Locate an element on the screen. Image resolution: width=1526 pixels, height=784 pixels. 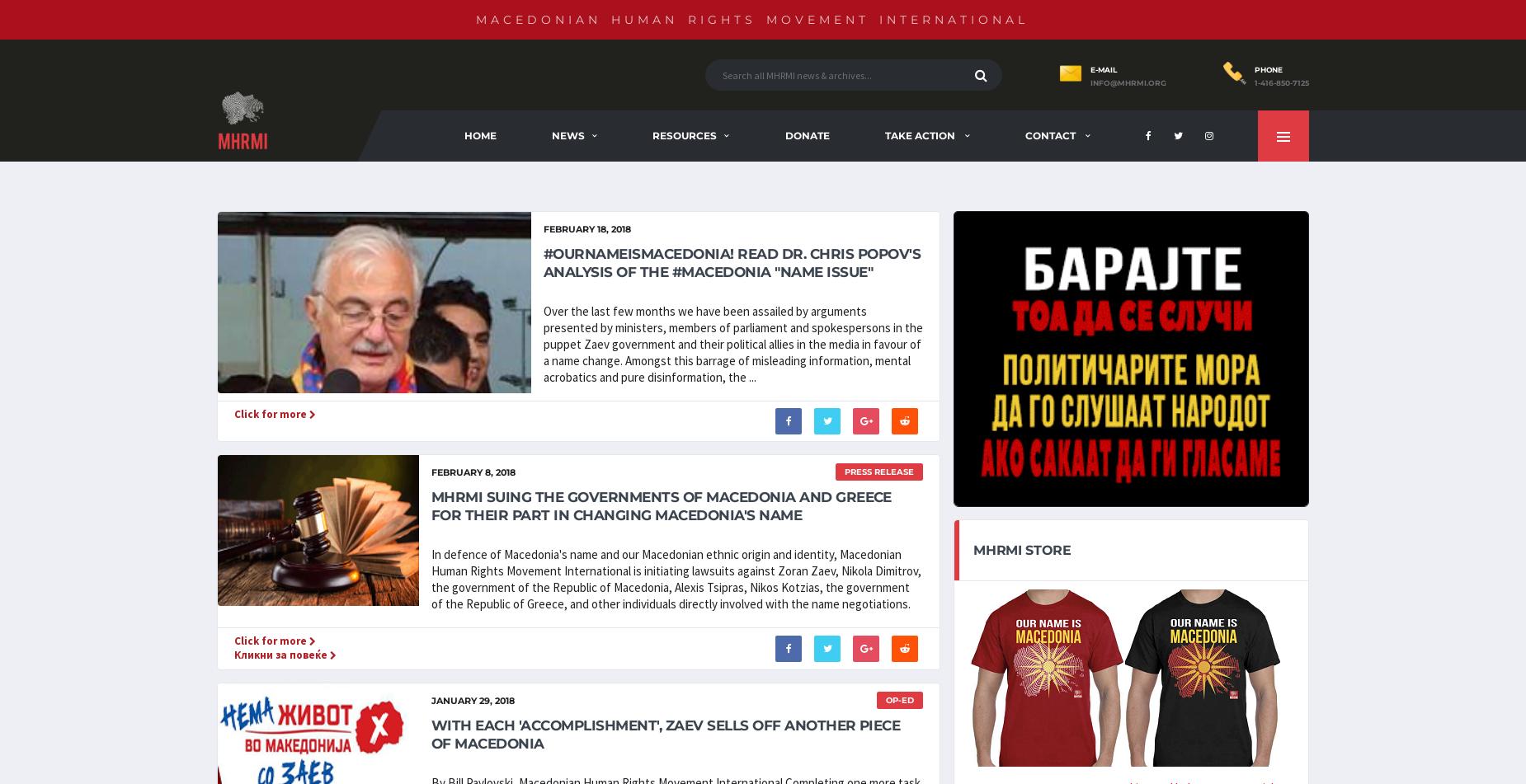
'2006' is located at coordinates (916, 206).